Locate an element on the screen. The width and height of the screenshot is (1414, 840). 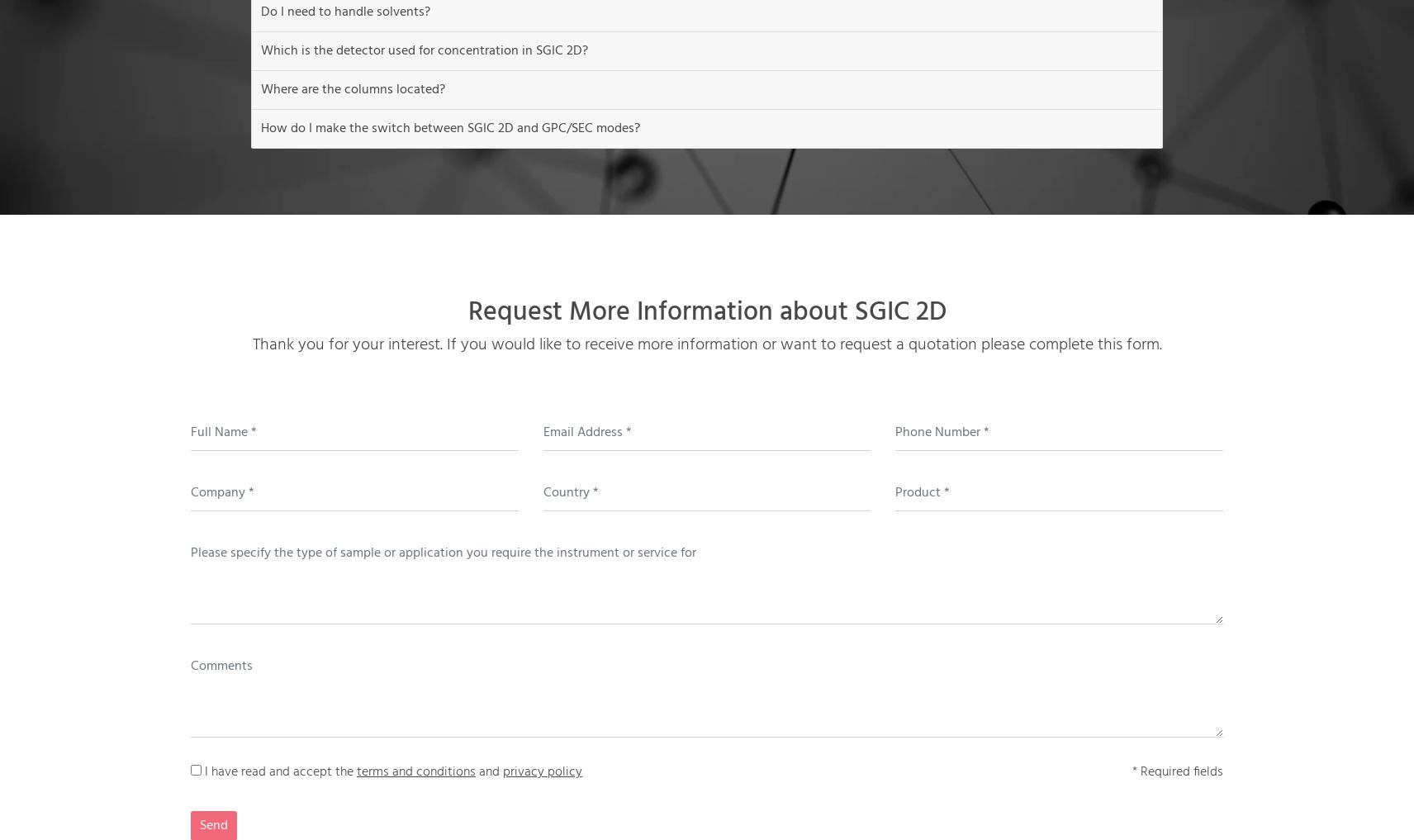
'I have read and accept the' is located at coordinates (281, 771).